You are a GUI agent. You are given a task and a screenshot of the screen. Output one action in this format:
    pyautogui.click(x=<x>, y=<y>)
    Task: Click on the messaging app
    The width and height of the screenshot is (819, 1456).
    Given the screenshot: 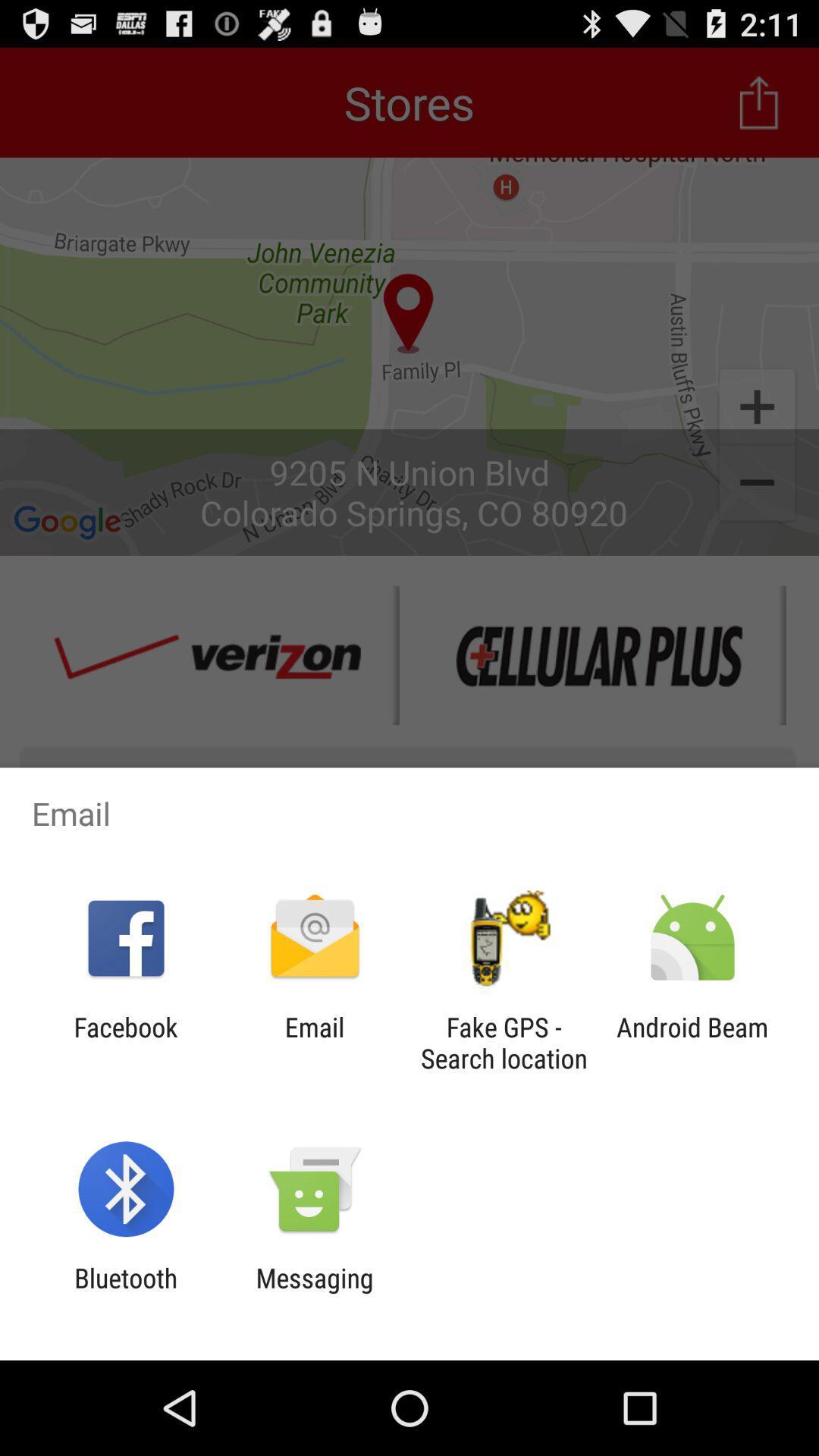 What is the action you would take?
    pyautogui.click(x=314, y=1293)
    